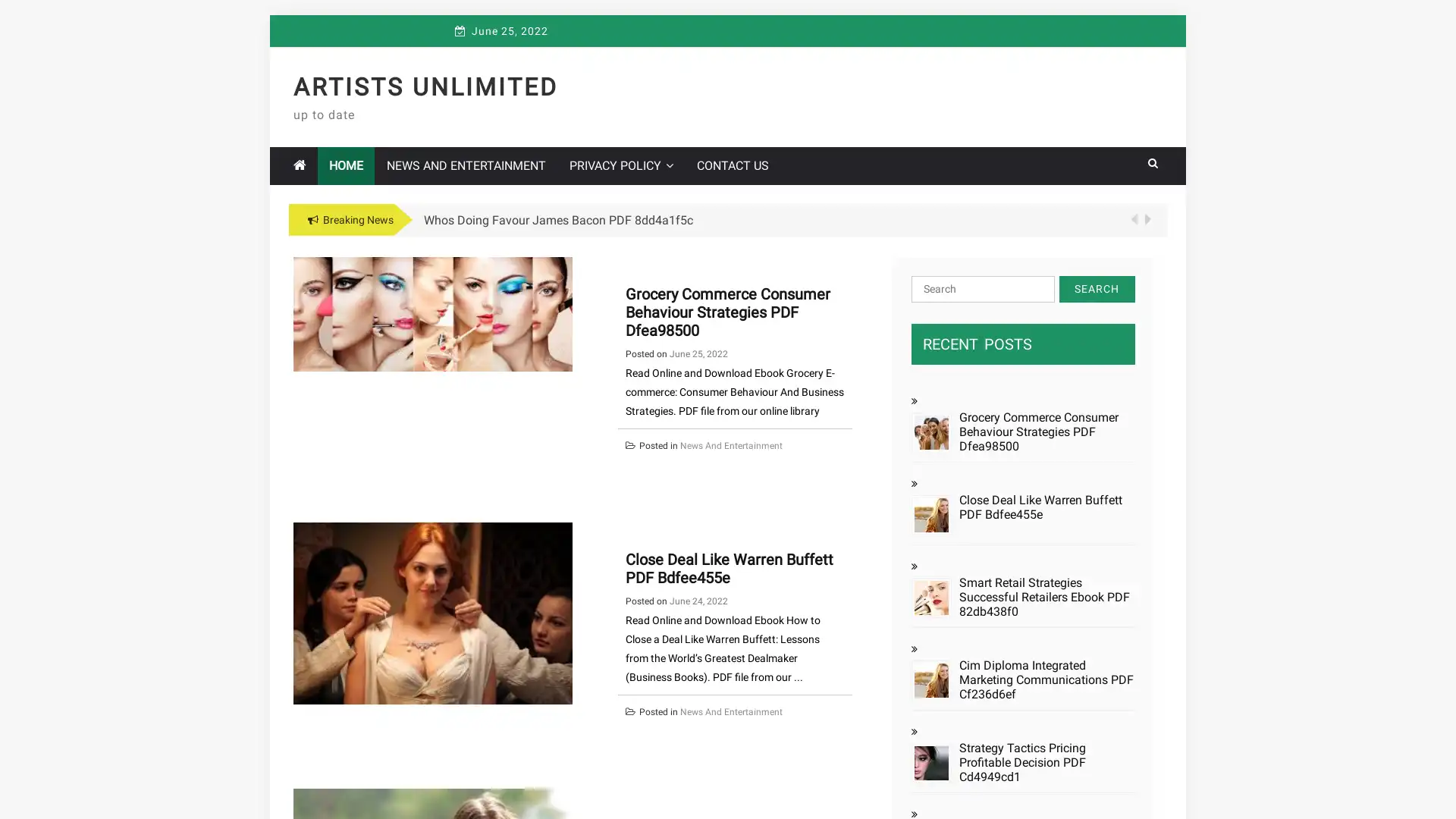 The image size is (1456, 819). I want to click on Search, so click(1096, 288).